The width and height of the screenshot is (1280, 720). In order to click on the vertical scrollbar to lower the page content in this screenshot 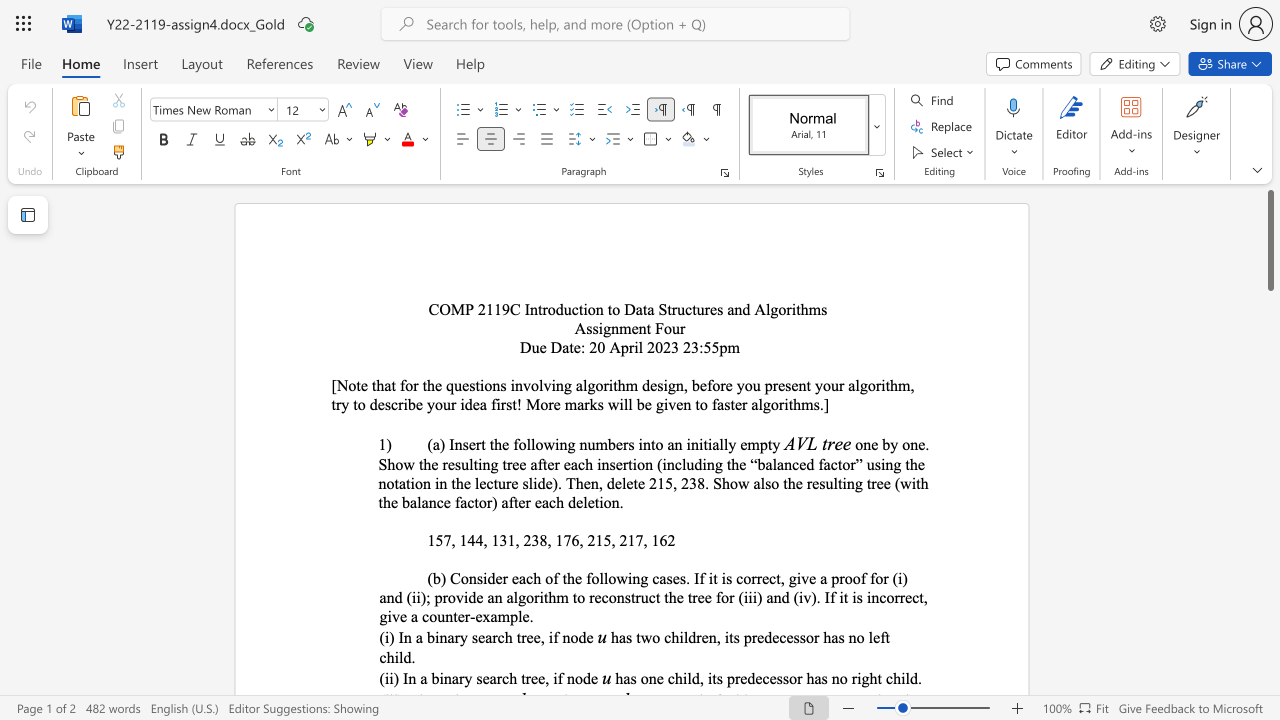, I will do `click(1269, 418)`.